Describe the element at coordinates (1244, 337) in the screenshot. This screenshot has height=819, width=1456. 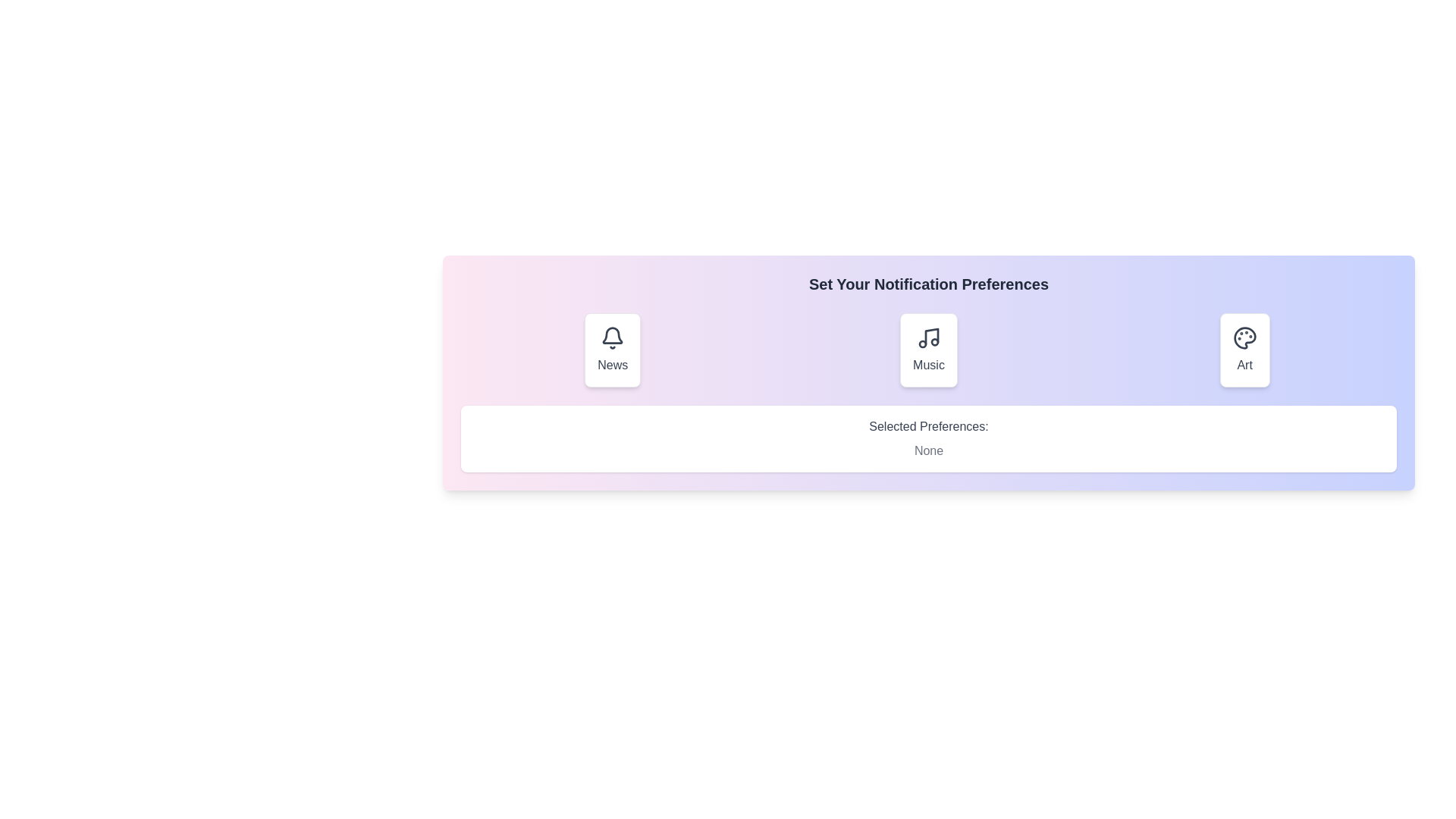
I see `the artist's palette icon on the far-right side of the interface` at that location.